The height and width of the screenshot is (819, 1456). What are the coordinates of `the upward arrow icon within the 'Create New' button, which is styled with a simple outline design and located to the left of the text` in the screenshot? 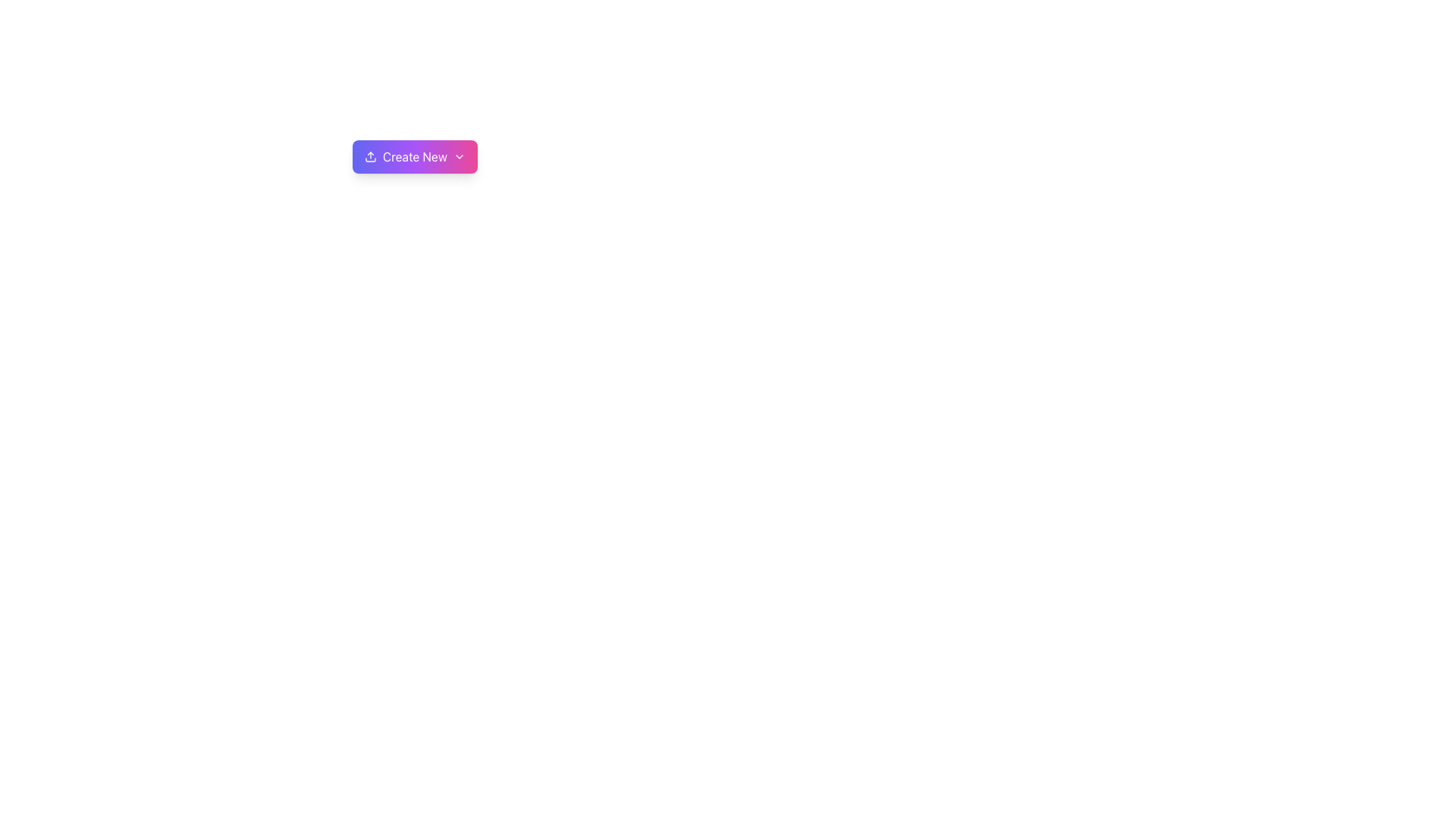 It's located at (371, 157).